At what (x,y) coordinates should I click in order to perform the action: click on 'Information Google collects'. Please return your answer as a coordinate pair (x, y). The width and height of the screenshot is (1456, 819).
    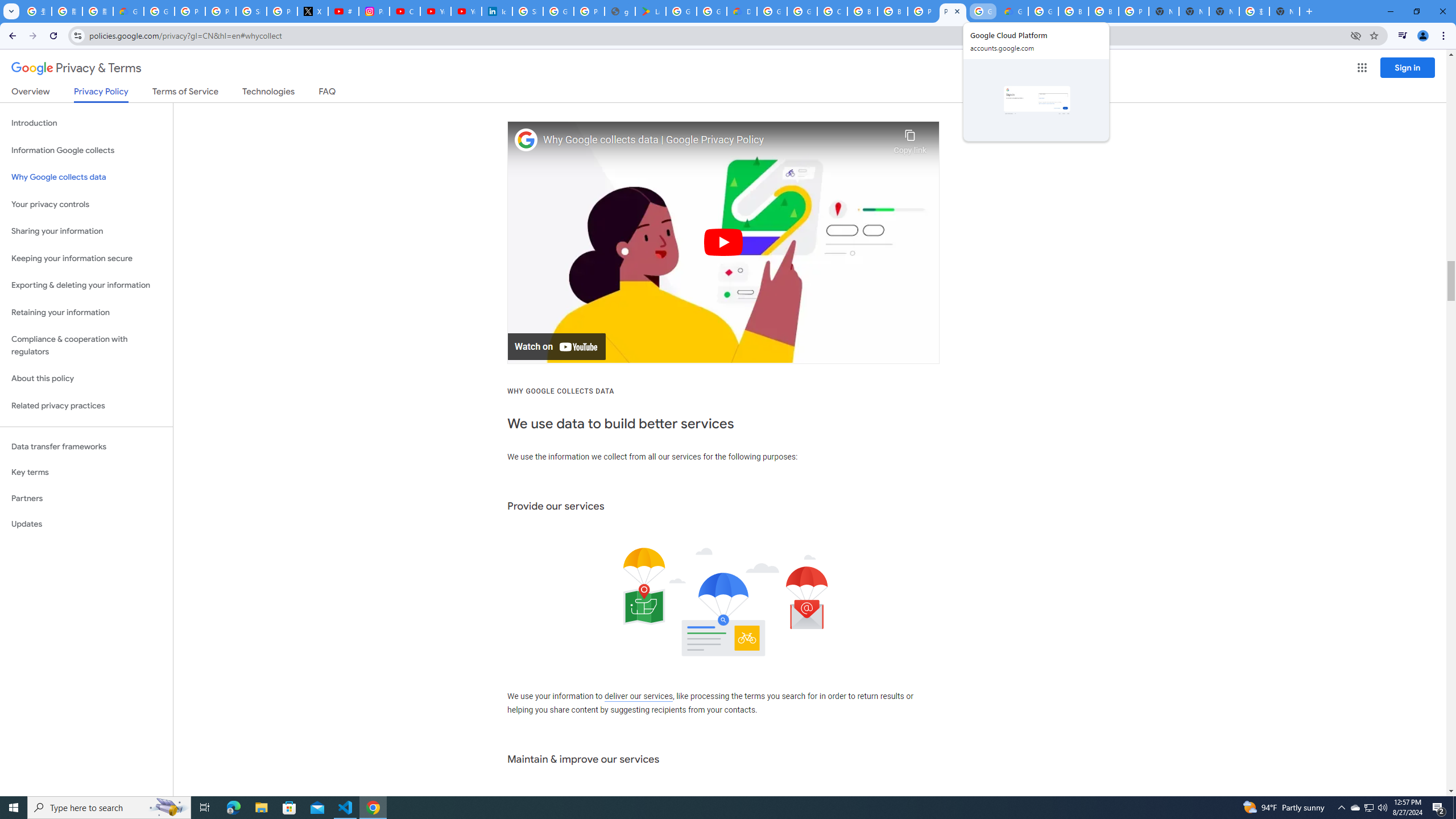
    Looking at the image, I should click on (86, 150).